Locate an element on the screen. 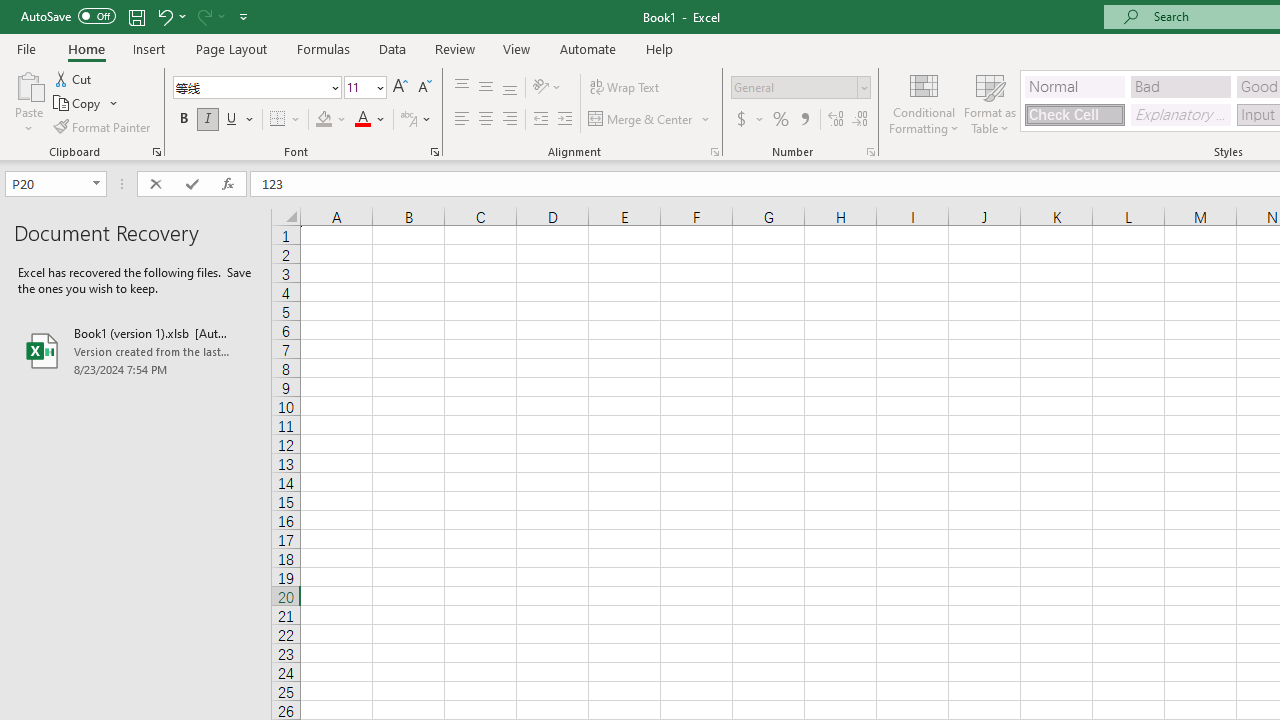 The height and width of the screenshot is (720, 1280). 'Decrease Indent' is located at coordinates (540, 119).